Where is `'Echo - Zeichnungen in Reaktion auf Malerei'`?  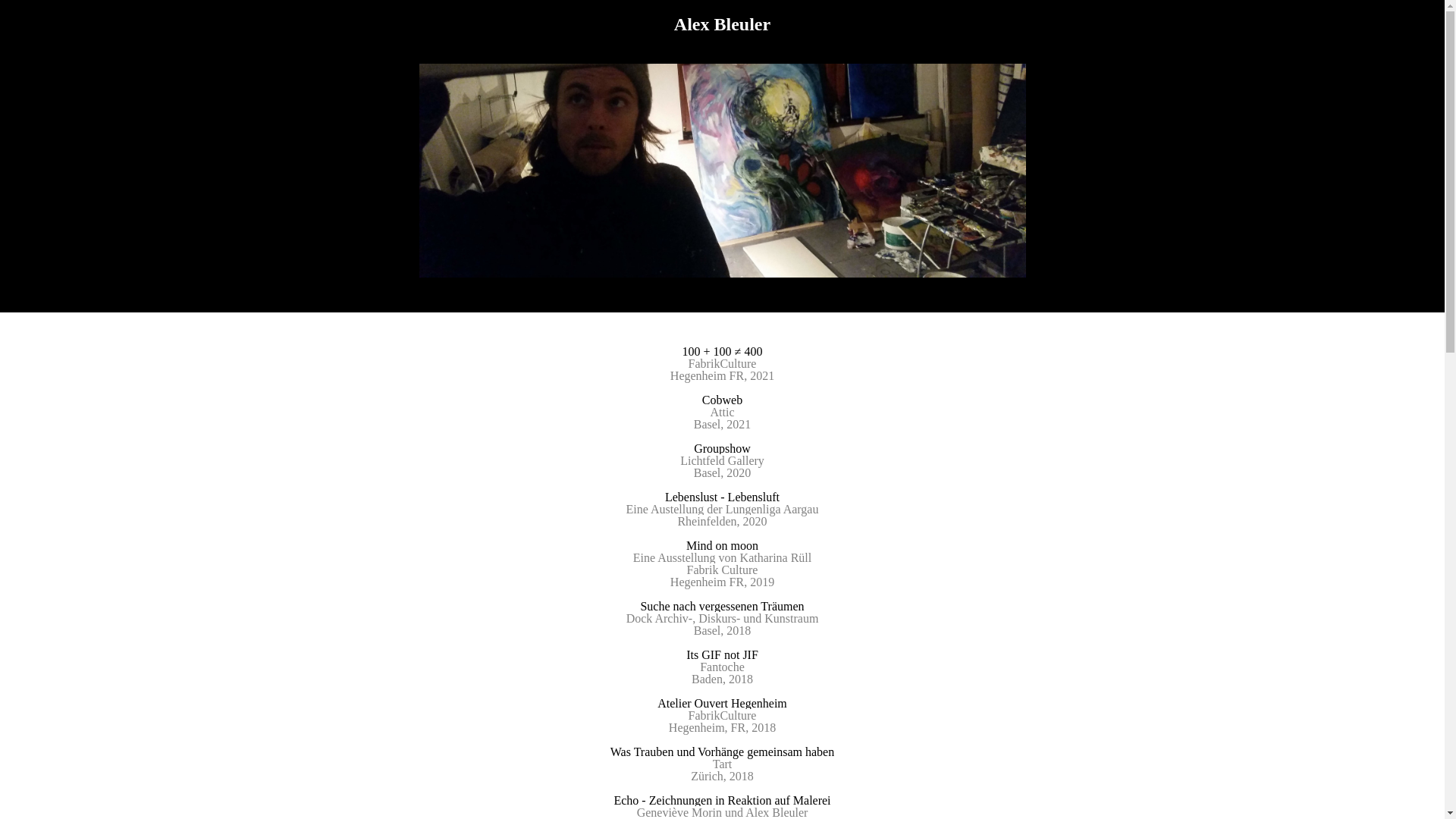
'Echo - Zeichnungen in Reaktion auf Malerei' is located at coordinates (613, 799).